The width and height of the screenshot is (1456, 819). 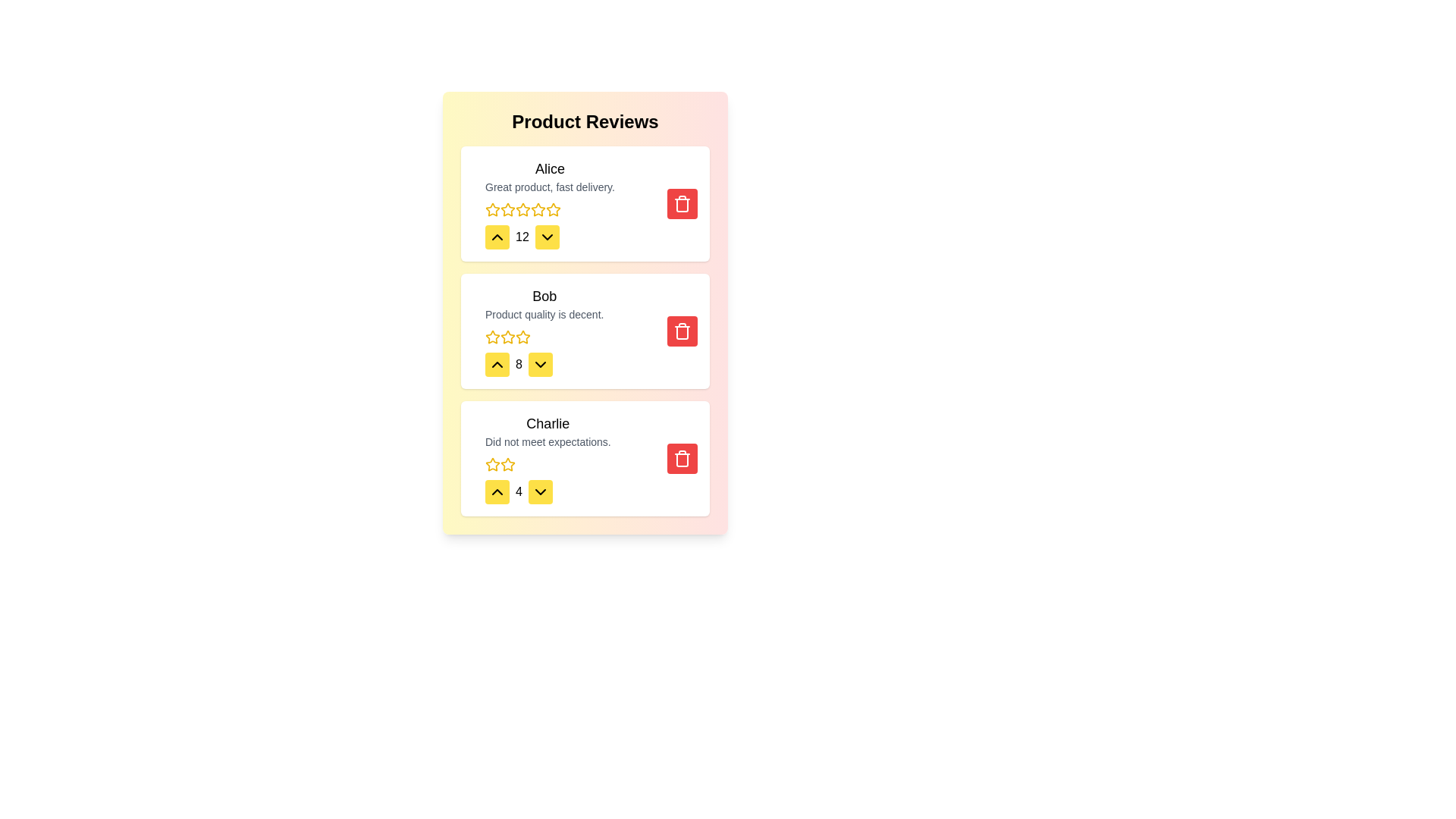 I want to click on delete button for the review by Bob, so click(x=682, y=330).